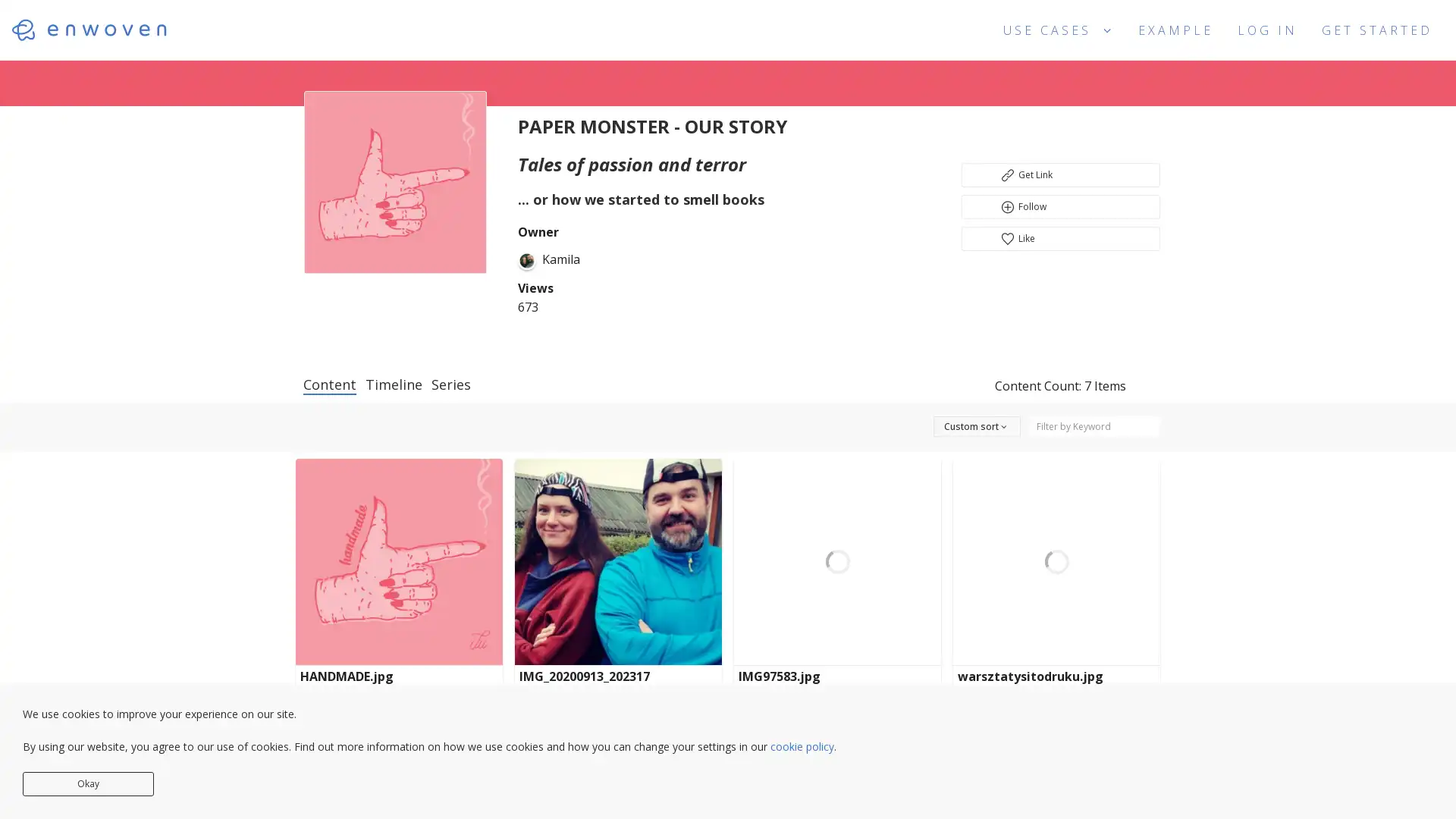 The image size is (1456, 819). I want to click on 165 views image preview, so click(1056, 561).